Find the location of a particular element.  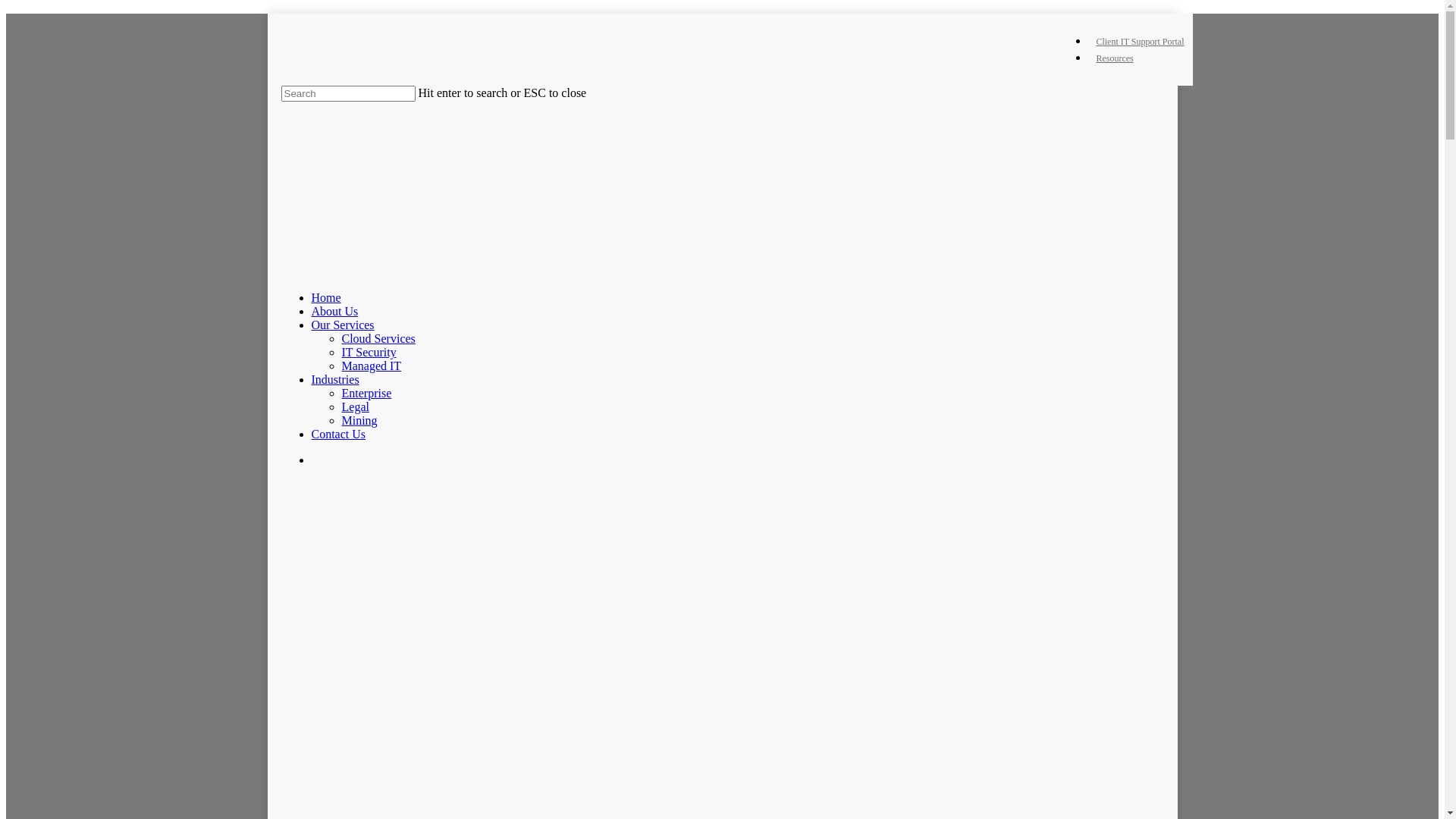

'Advertisement' is located at coordinates (735, 605).